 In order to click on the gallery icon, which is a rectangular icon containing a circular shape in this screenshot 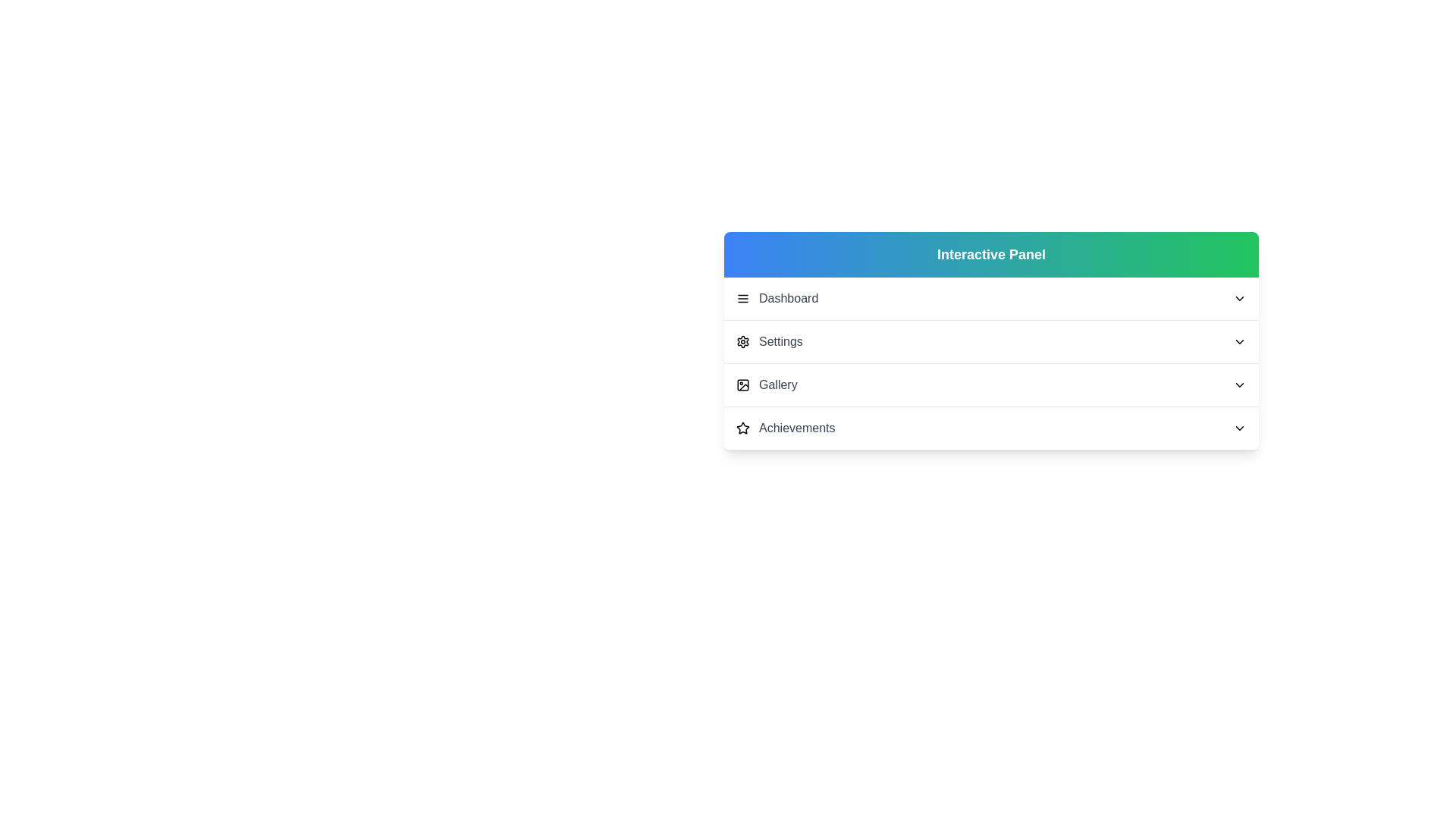, I will do `click(742, 384)`.